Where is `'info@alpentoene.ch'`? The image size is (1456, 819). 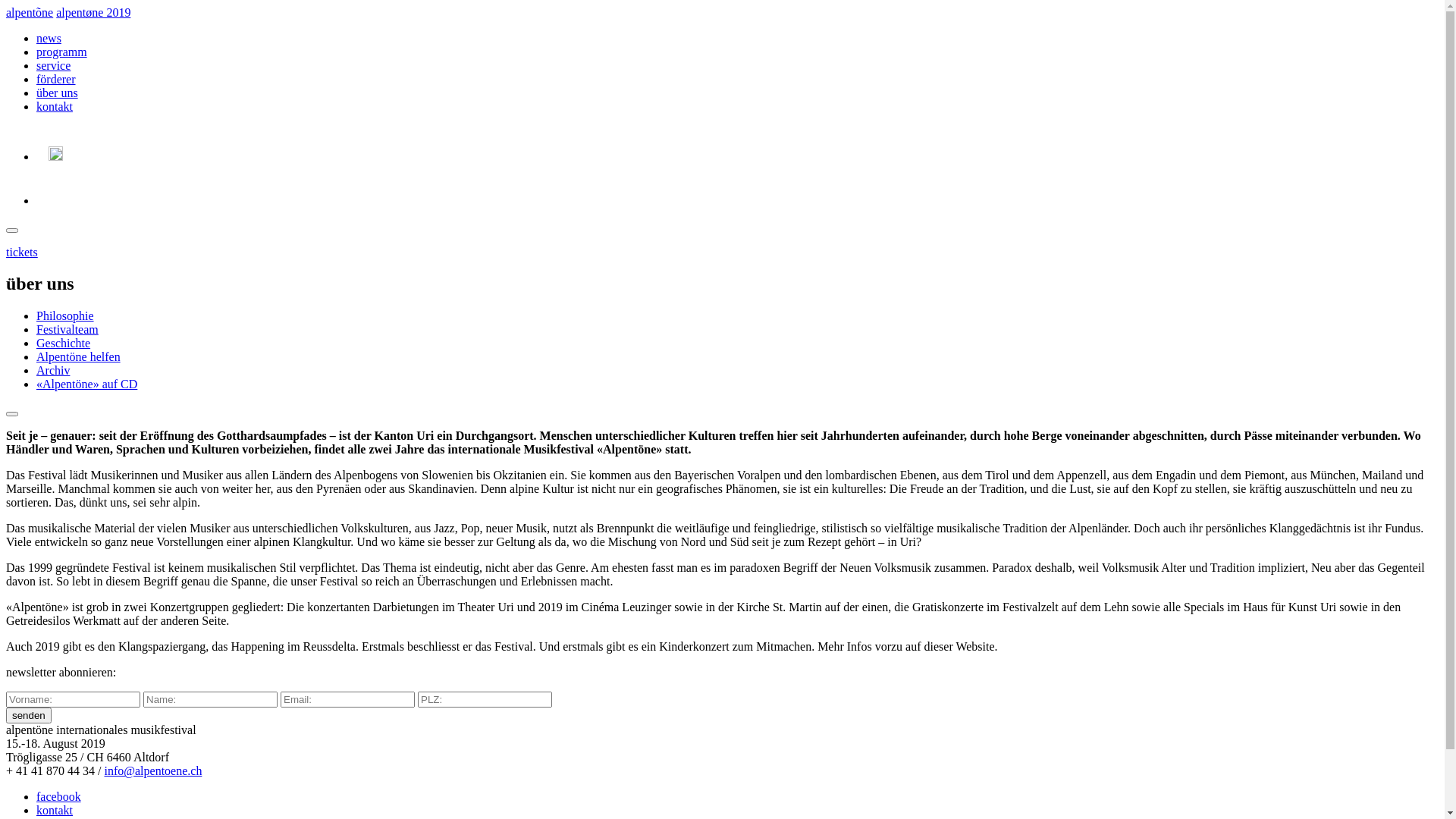 'info@alpentoene.ch' is located at coordinates (152, 770).